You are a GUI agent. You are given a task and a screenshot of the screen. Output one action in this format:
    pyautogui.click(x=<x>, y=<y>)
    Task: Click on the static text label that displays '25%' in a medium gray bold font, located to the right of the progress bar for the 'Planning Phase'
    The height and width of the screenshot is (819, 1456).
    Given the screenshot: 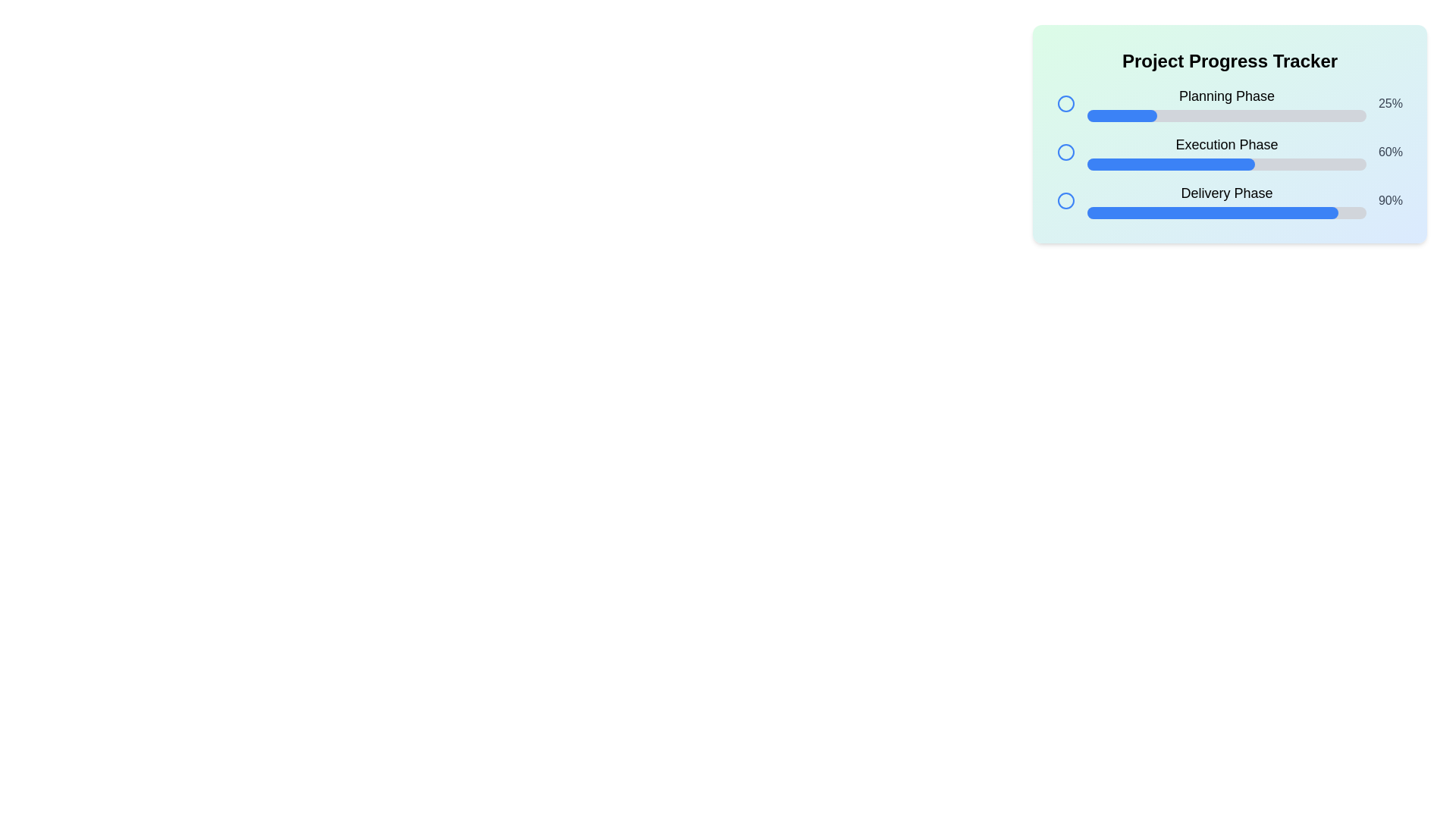 What is the action you would take?
    pyautogui.click(x=1390, y=103)
    